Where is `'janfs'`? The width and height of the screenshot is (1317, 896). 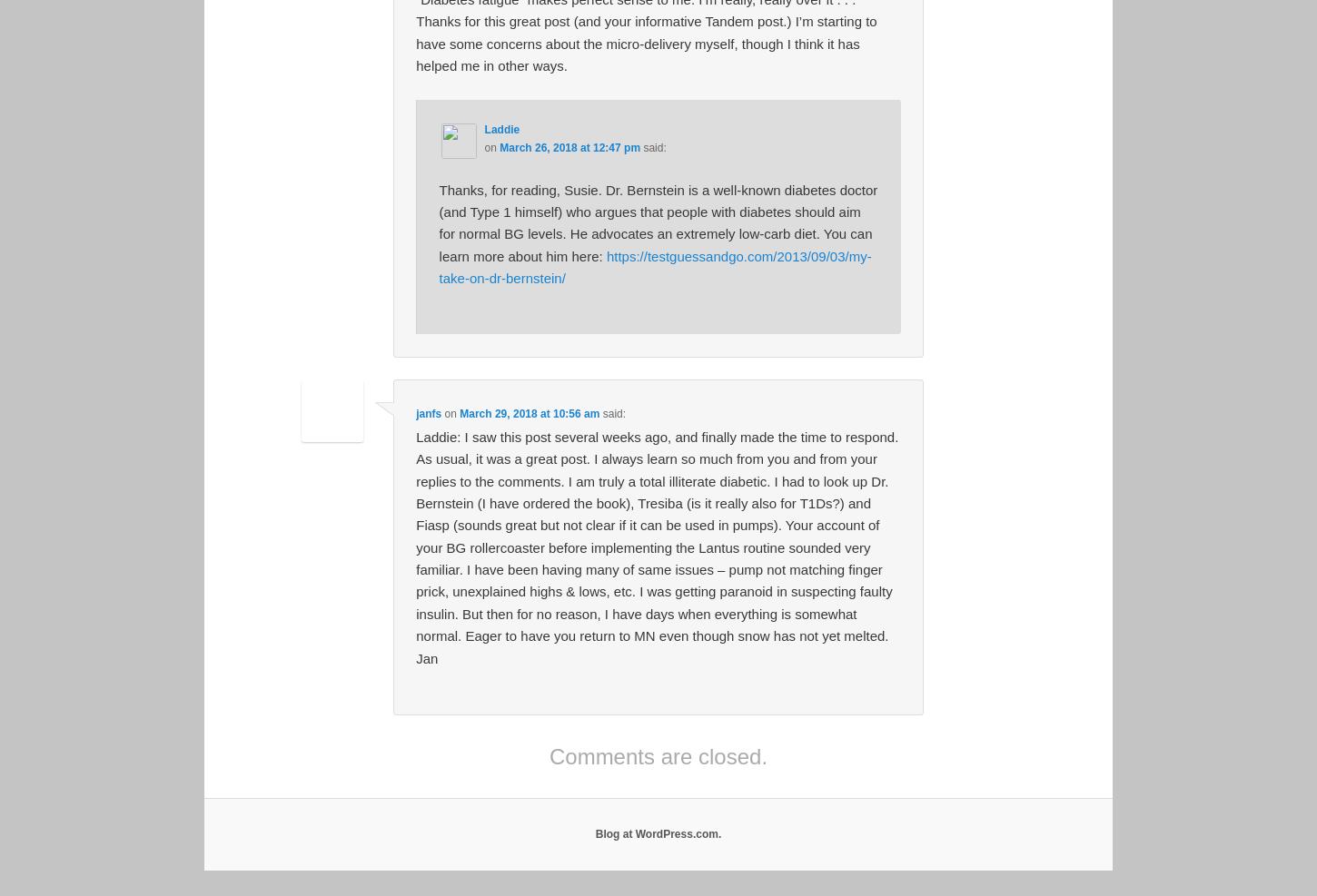 'janfs' is located at coordinates (427, 412).